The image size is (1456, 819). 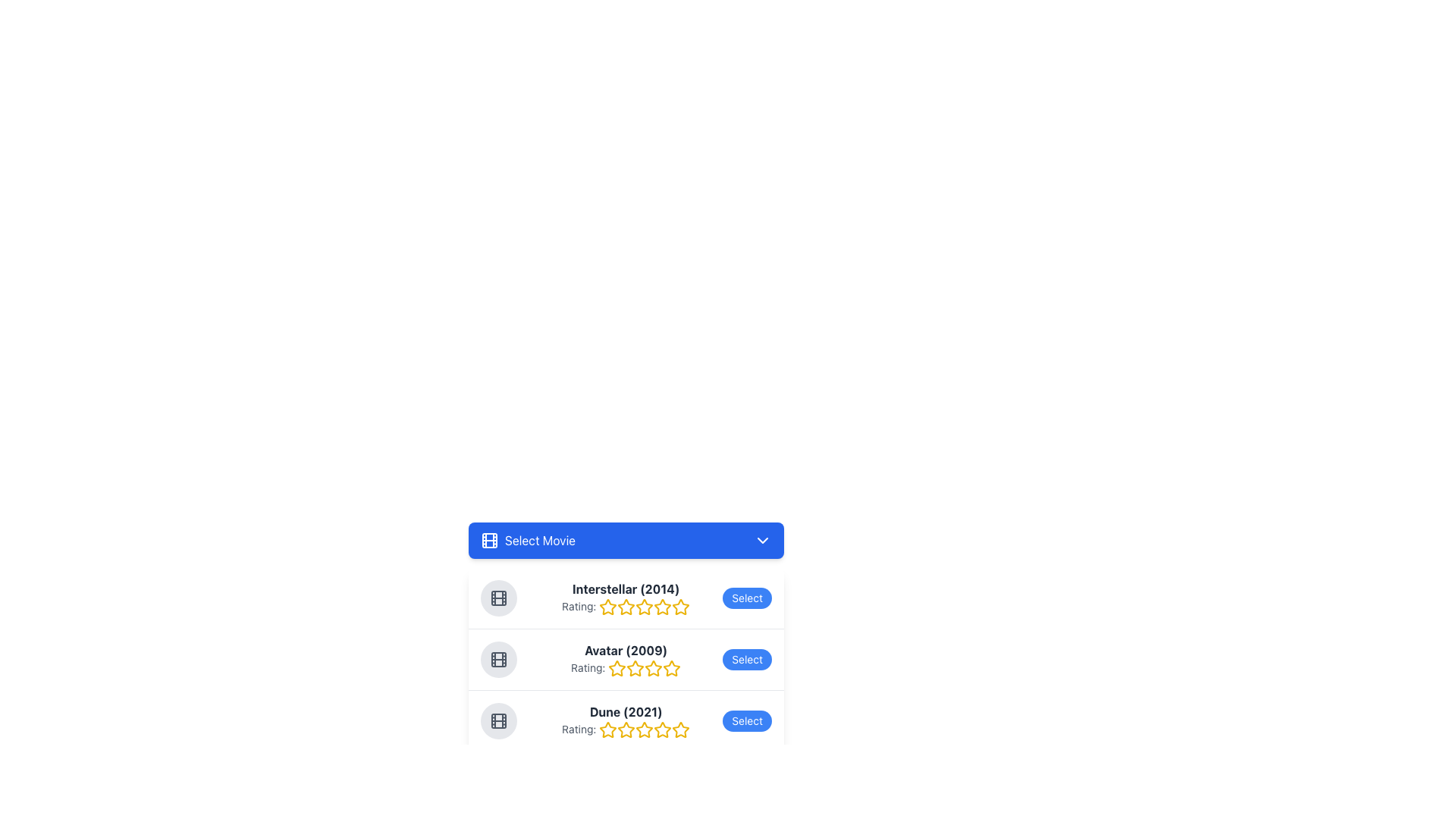 What do you see at coordinates (608, 606) in the screenshot?
I see `the first rating star for the movie 'Interstellar (2014)'` at bounding box center [608, 606].